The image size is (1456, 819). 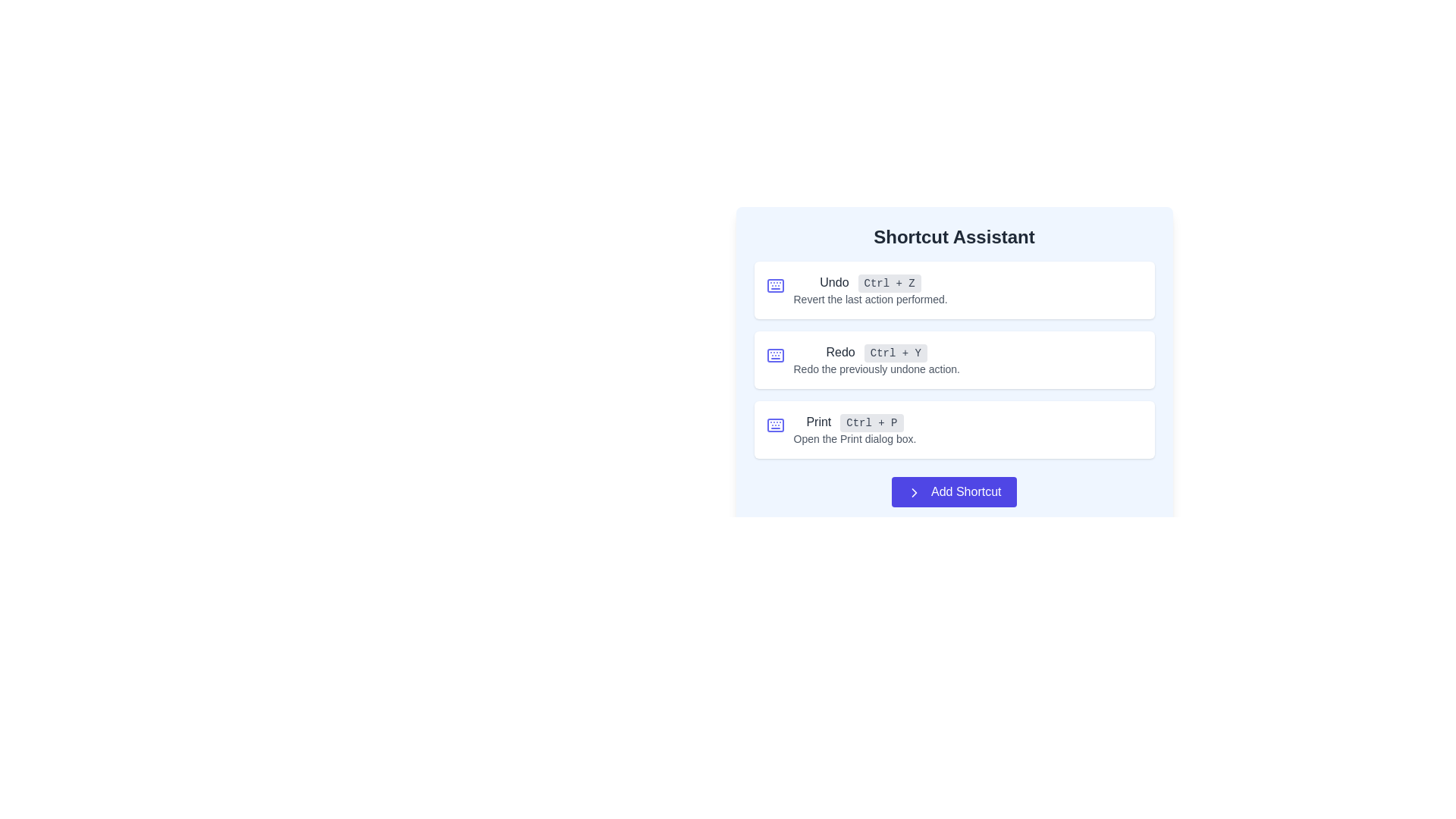 I want to click on the label that indicates the keyboard shortcut 'Ctrl + P' for the 'Print' action, positioned as the last option in a vertical list below 'Redo Ctrl + Y', so click(x=855, y=430).